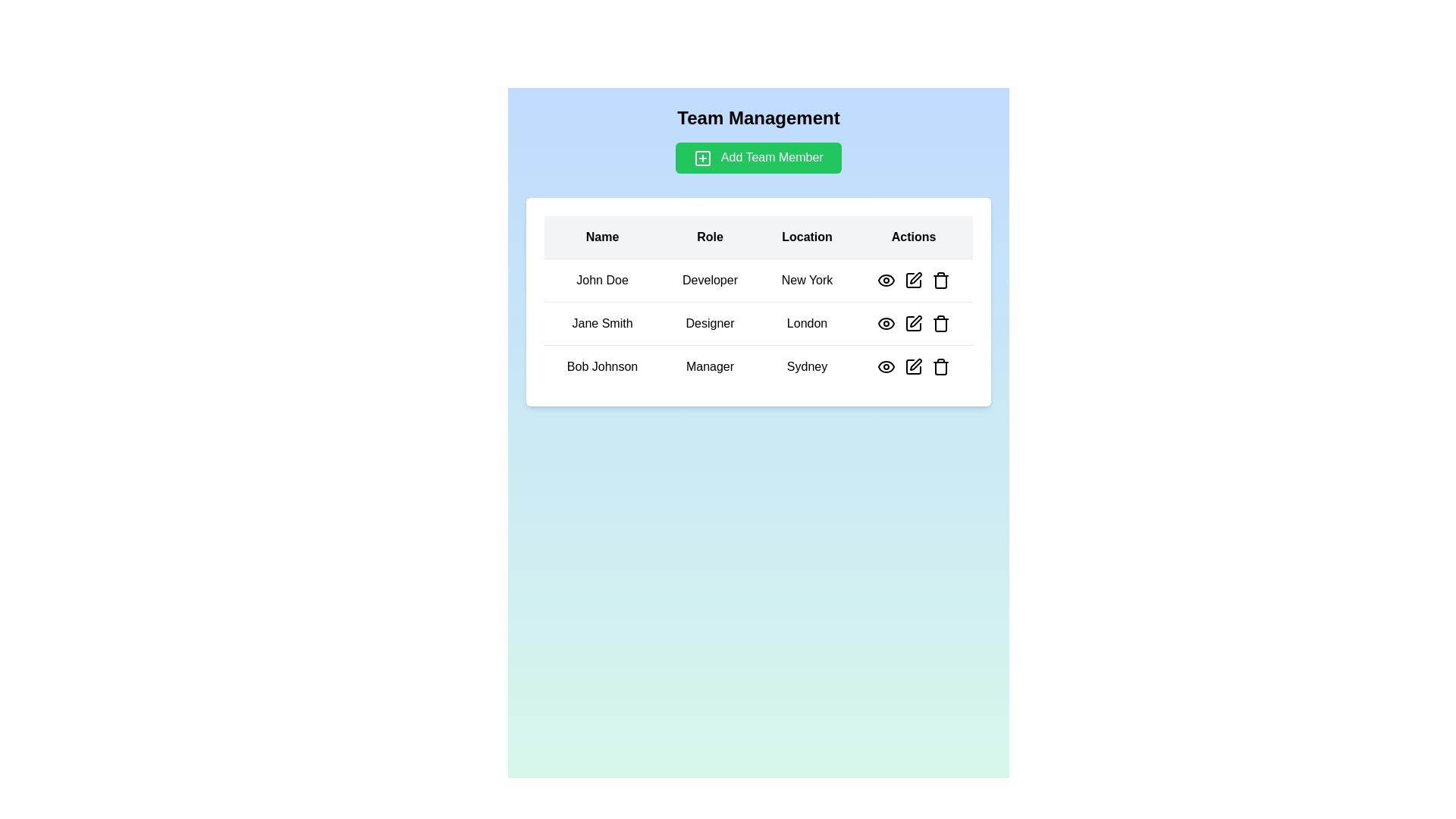 The height and width of the screenshot is (819, 1456). What do you see at coordinates (702, 158) in the screenshot?
I see `the small square icon with fully-rounded corners and a green background, which is positioned within the 'Add Team Member' button` at bounding box center [702, 158].